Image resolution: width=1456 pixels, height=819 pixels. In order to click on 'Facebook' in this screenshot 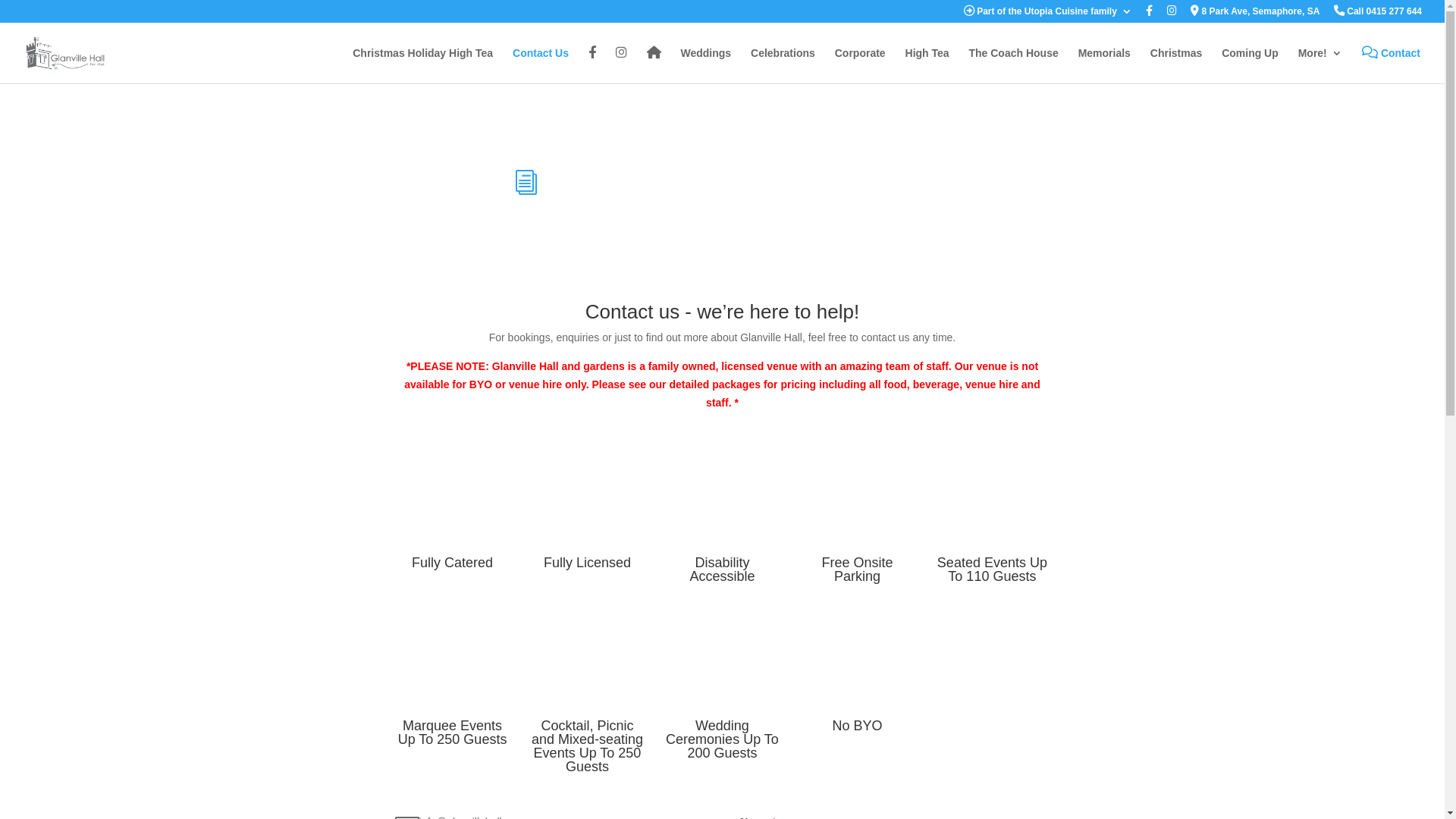, I will do `click(591, 64)`.